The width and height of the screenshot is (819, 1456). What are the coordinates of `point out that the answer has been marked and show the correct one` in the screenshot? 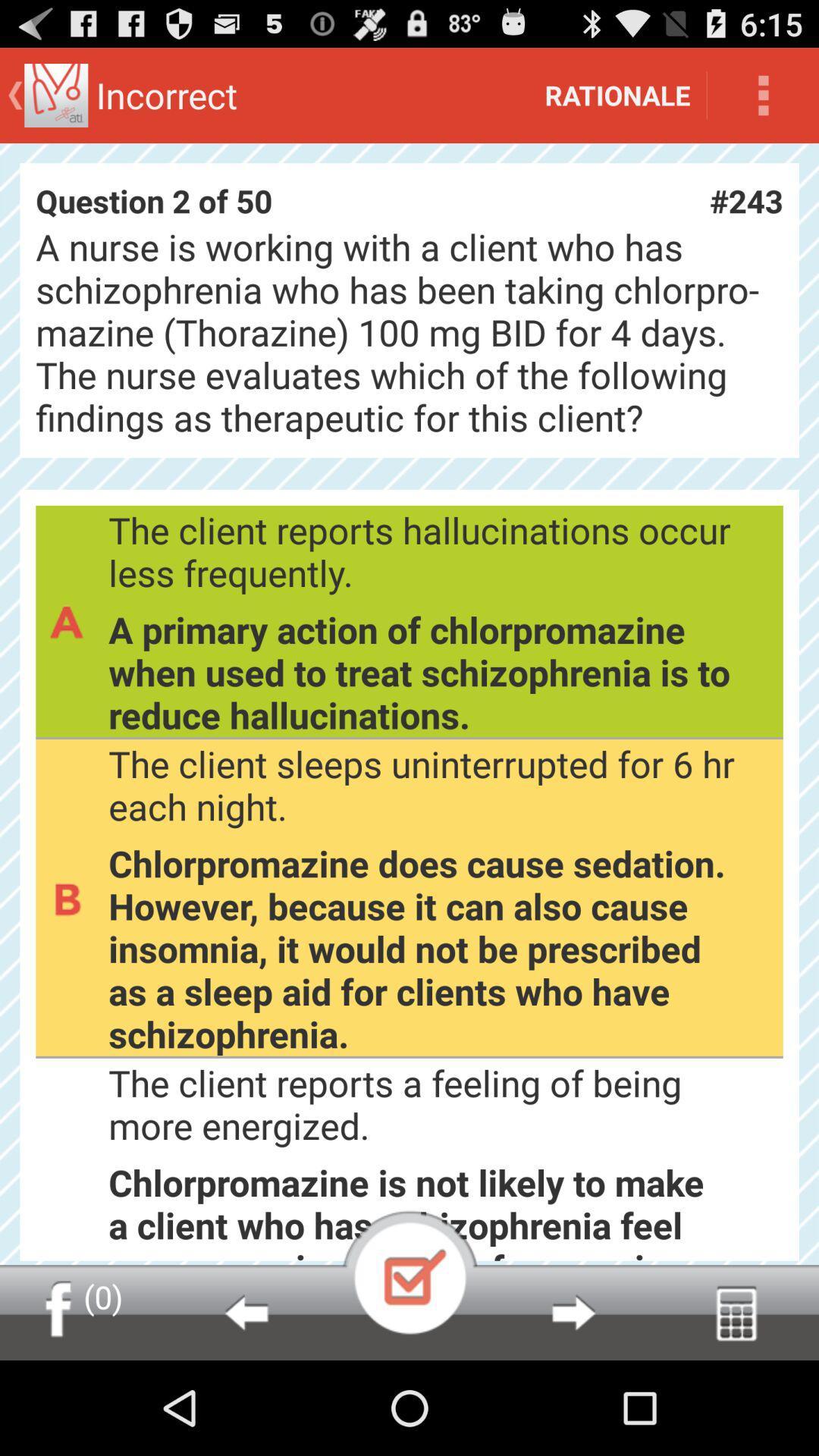 It's located at (409, 1272).